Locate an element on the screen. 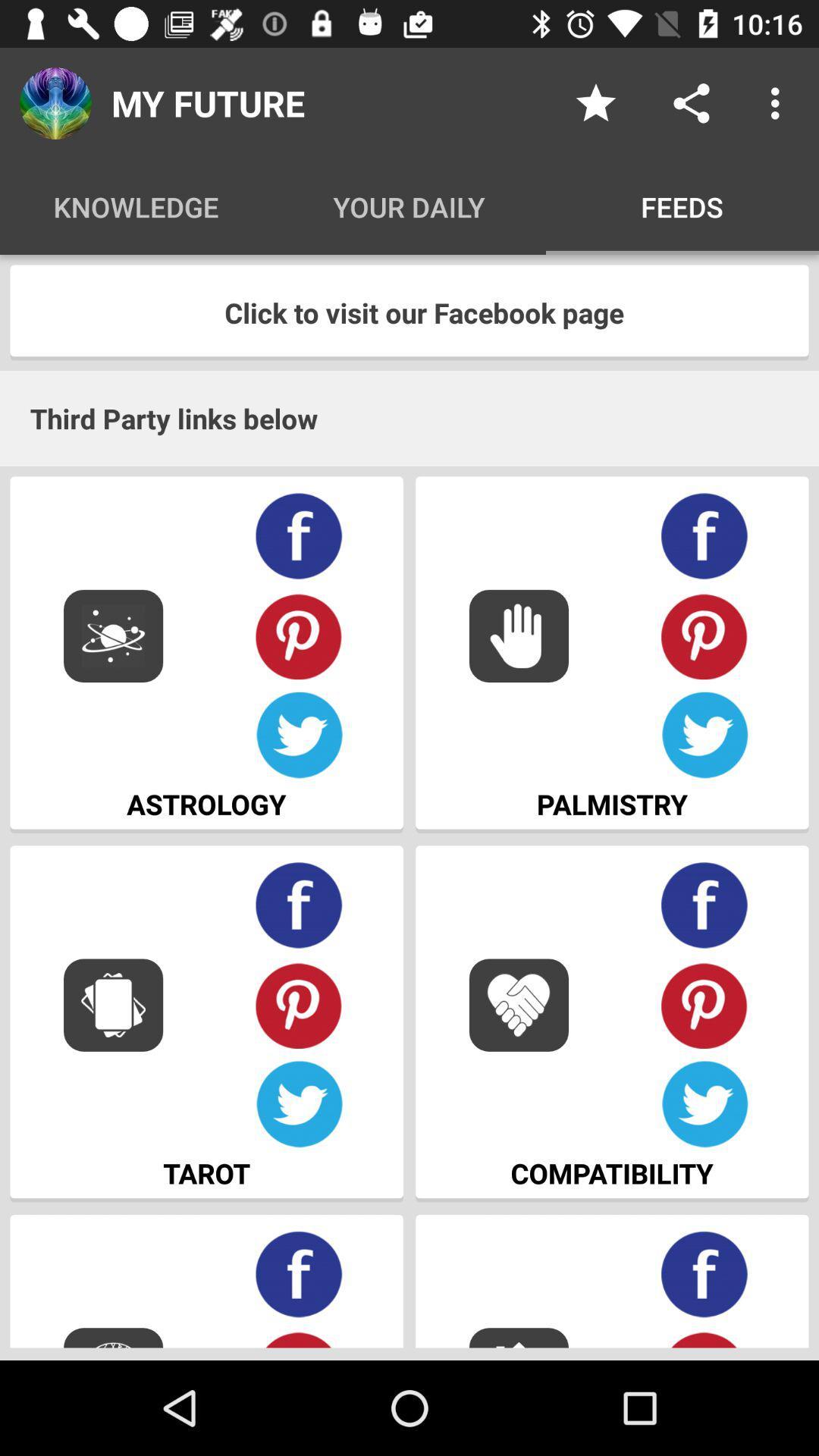 Image resolution: width=819 pixels, height=1456 pixels. share to twitter is located at coordinates (704, 1104).